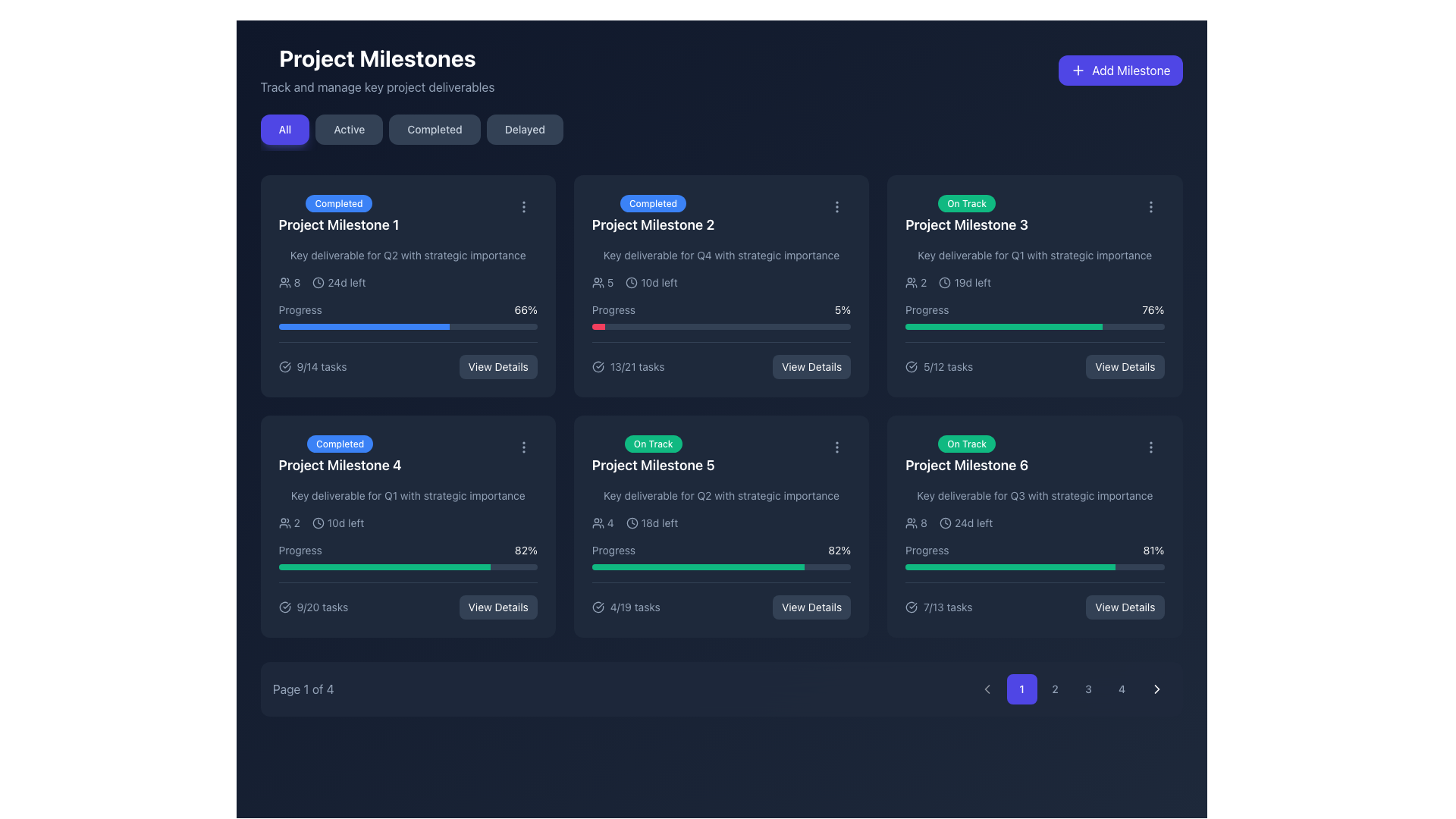 This screenshot has height=819, width=1456. What do you see at coordinates (966, 225) in the screenshot?
I see `the text label or heading that serves as a title for the milestone summary, located below the 'On Track' badge in the top-right card of the grid layout` at bounding box center [966, 225].